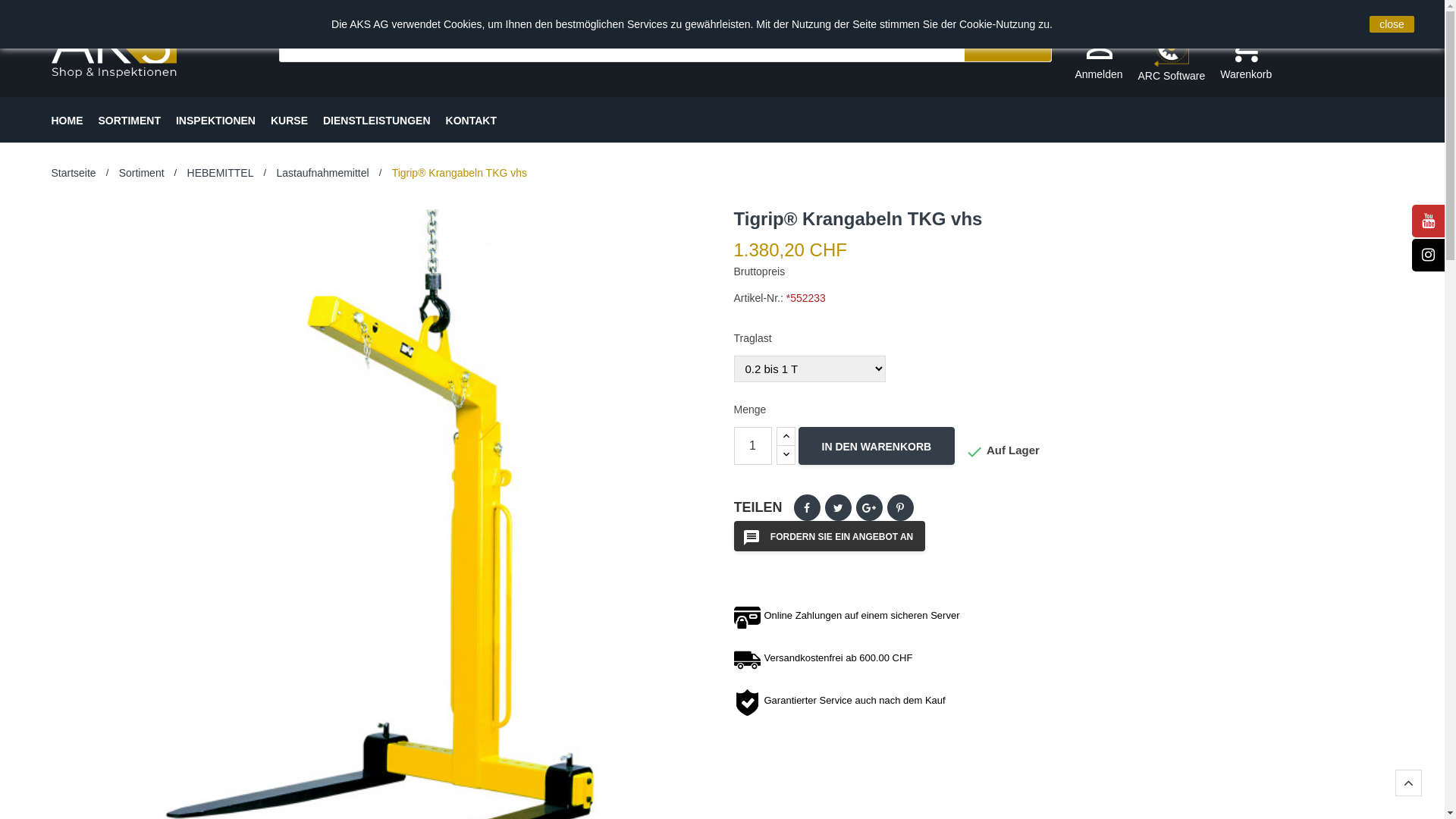 The width and height of the screenshot is (1456, 819). What do you see at coordinates (1073, 55) in the screenshot?
I see `'Anmelden'` at bounding box center [1073, 55].